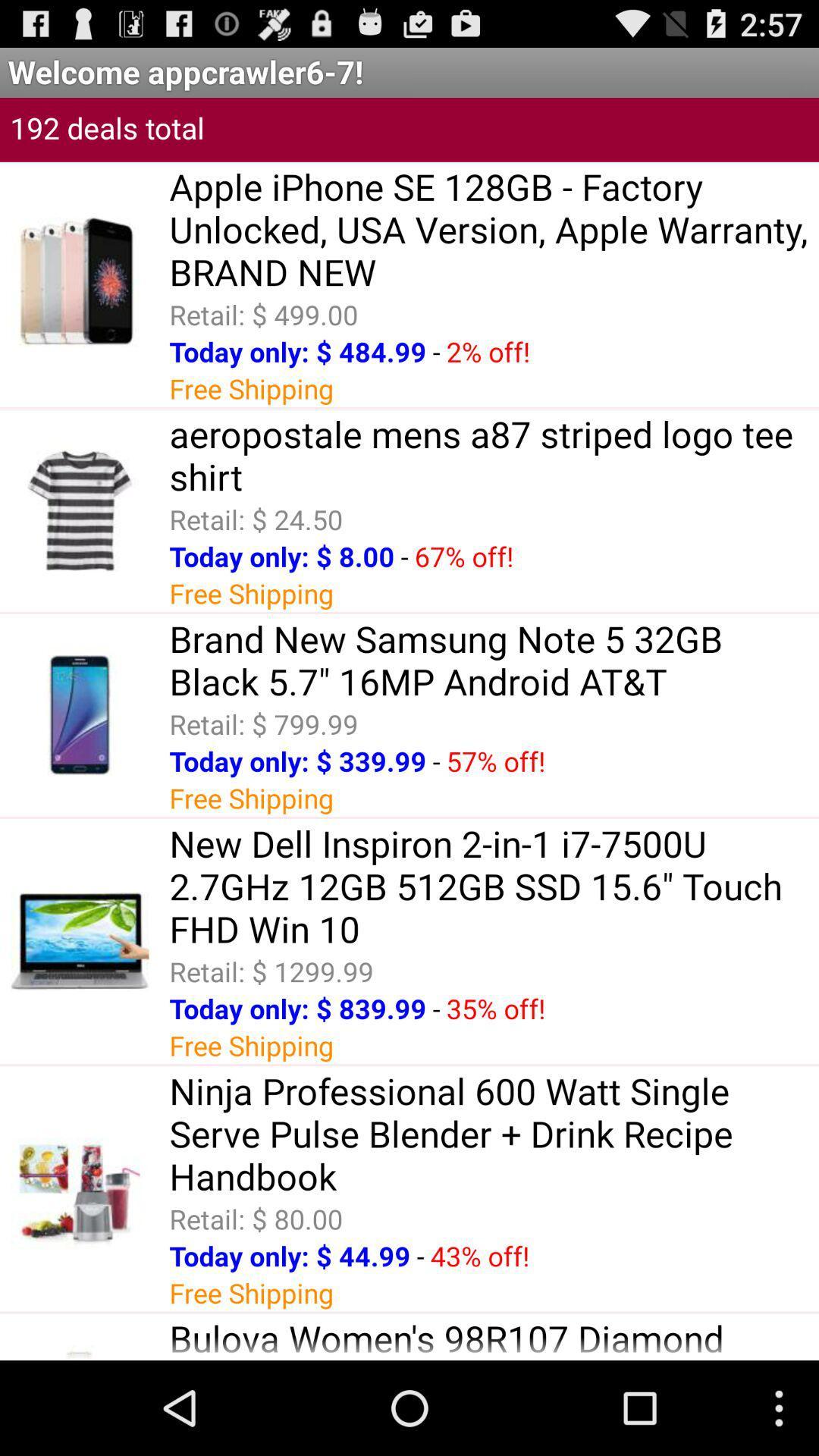  What do you see at coordinates (403, 555) in the screenshot?
I see `item above brand new samsung` at bounding box center [403, 555].